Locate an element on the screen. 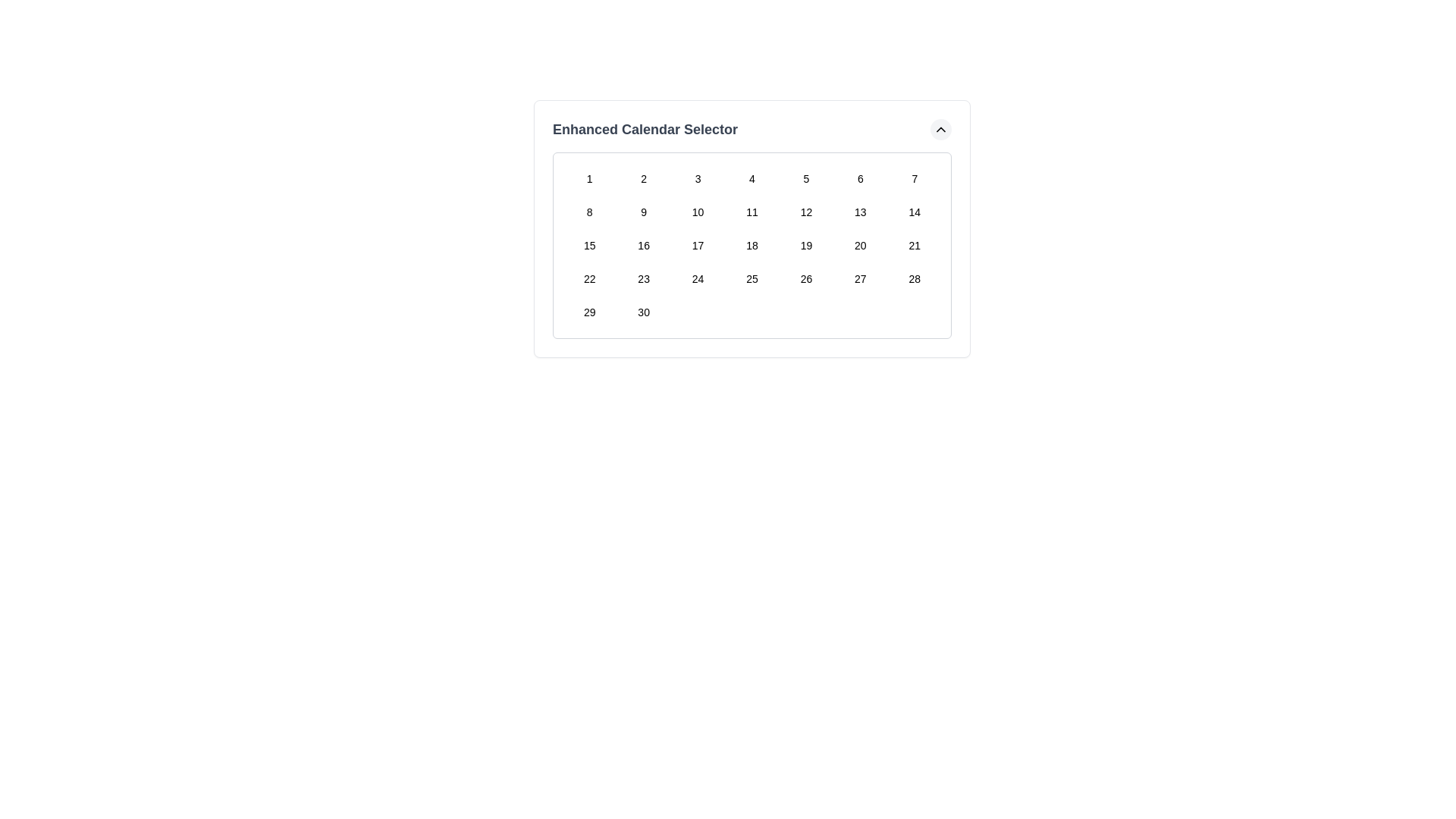 The width and height of the screenshot is (1456, 819). the button labeled '8' in the date picker interface is located at coordinates (588, 212).